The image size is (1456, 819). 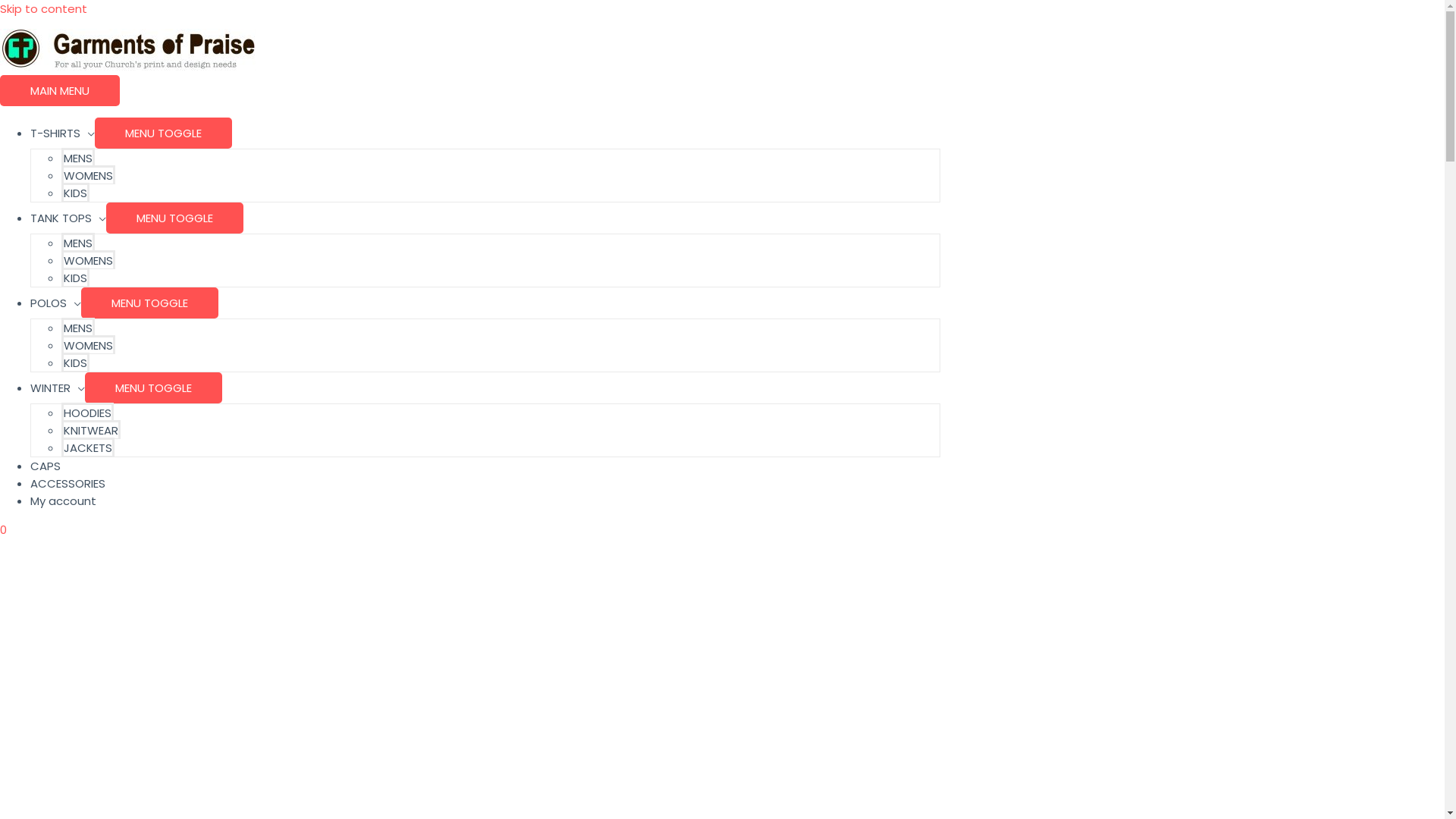 I want to click on 'My account', so click(x=62, y=500).